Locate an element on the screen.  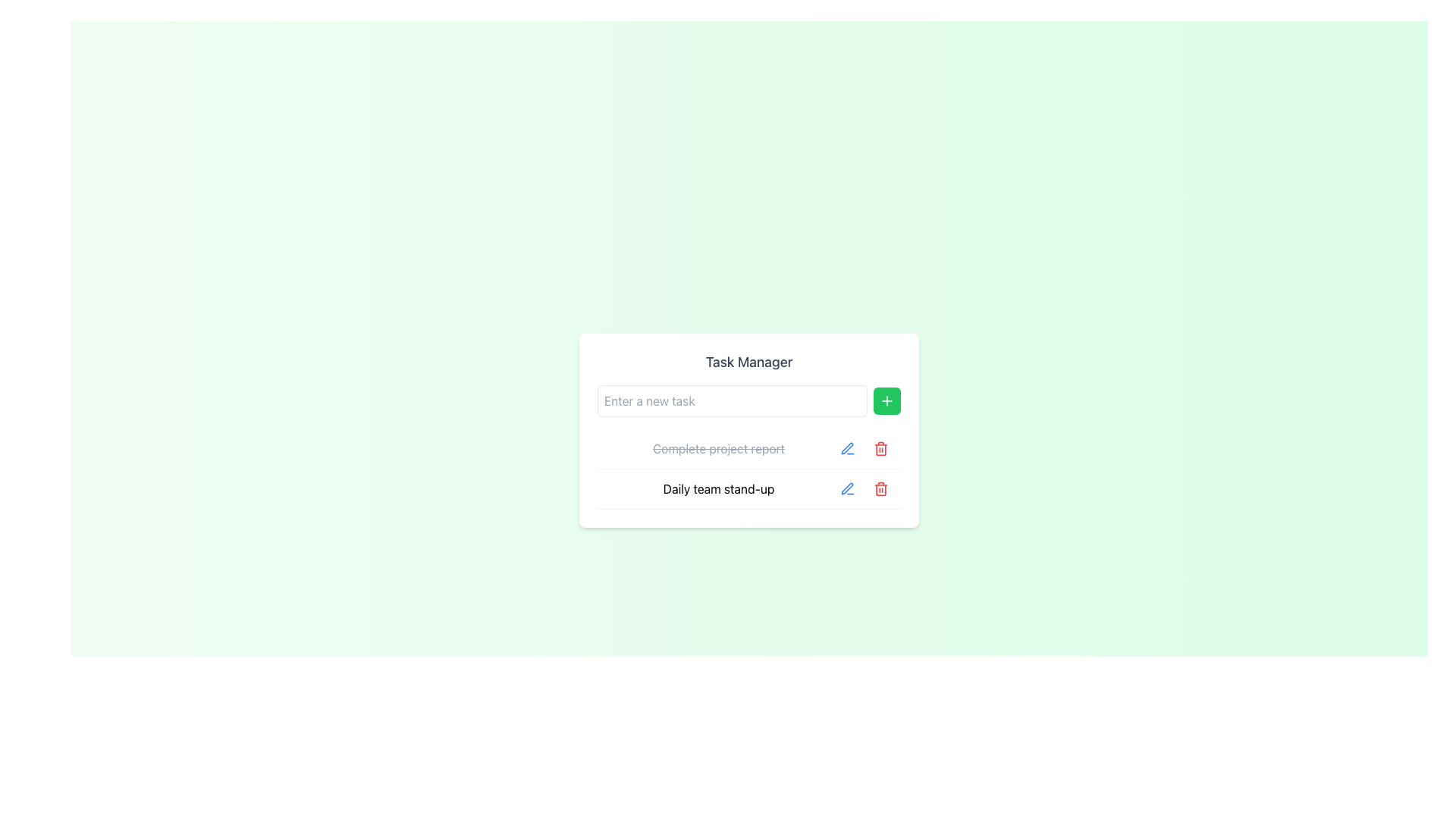
the static text element labeled 'Daily team stand-up', which serves as a title for a task entry in the Task Manager section is located at coordinates (718, 488).